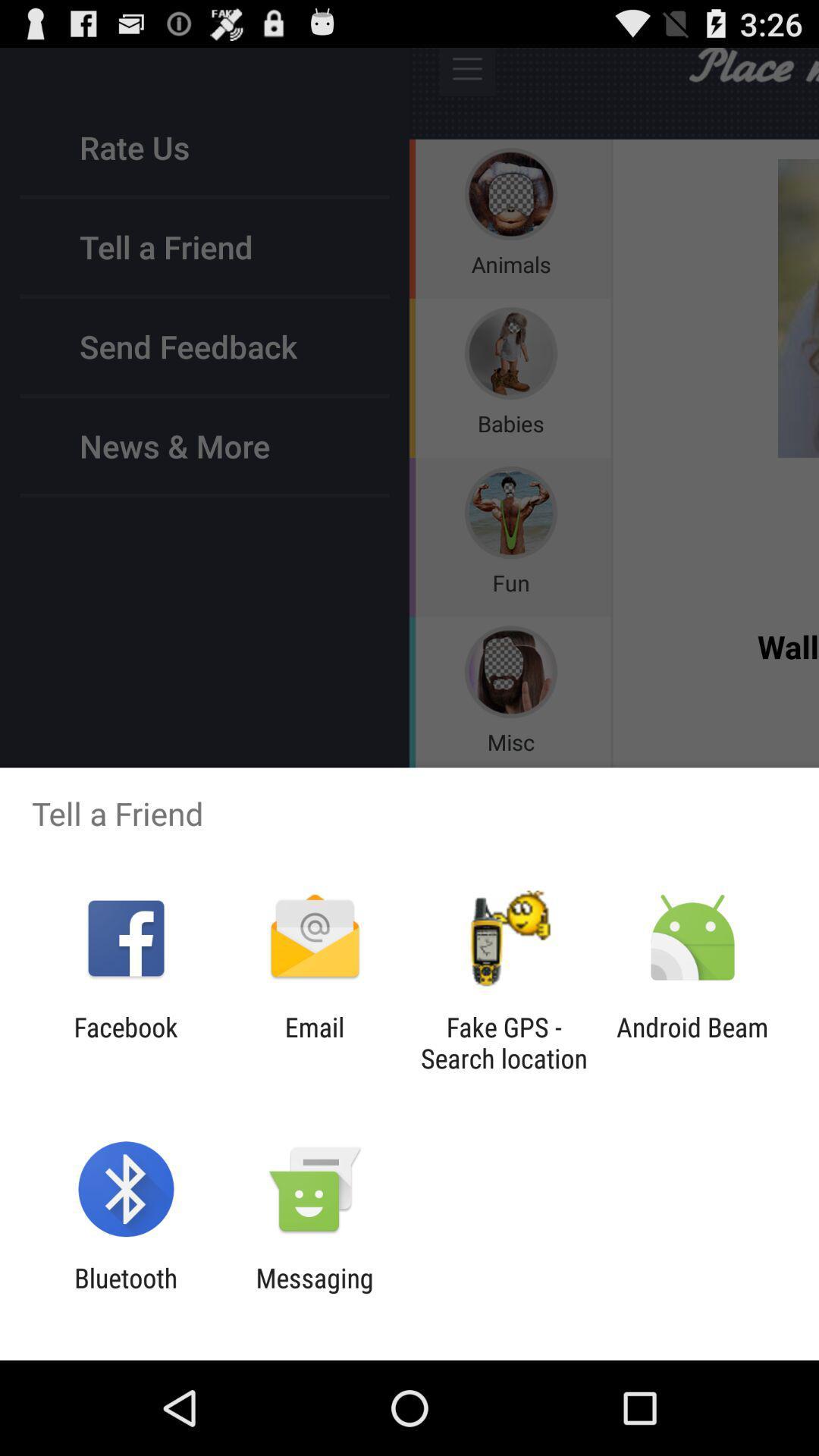 This screenshot has height=1456, width=819. What do you see at coordinates (314, 1042) in the screenshot?
I see `the item next to the facebook` at bounding box center [314, 1042].